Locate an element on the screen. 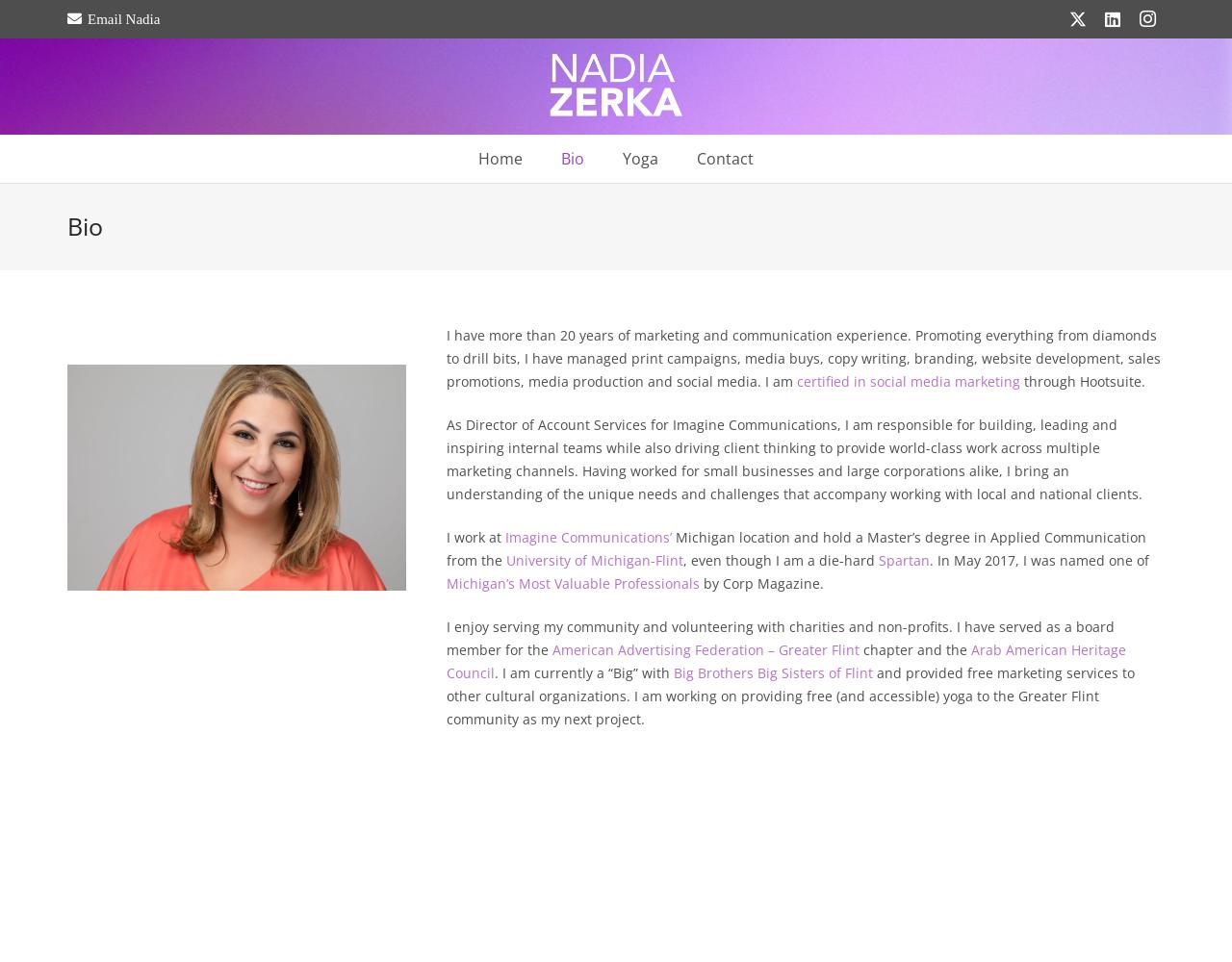 Image resolution: width=1232 pixels, height=962 pixels. 'Michigan location and hold a Master’s degree in Applied Communication from the' is located at coordinates (795, 547).